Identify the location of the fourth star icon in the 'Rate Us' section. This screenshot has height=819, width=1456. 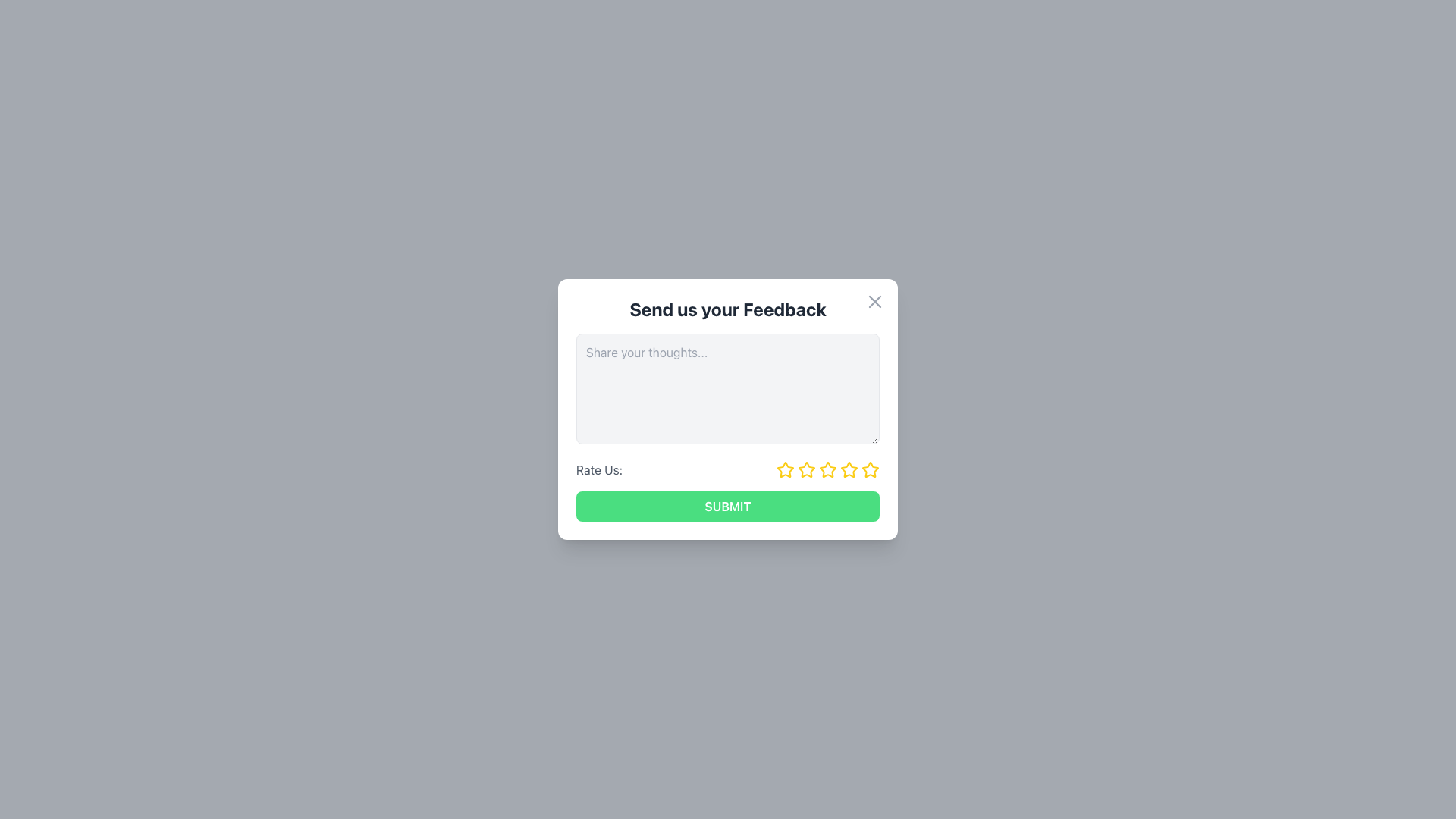
(827, 469).